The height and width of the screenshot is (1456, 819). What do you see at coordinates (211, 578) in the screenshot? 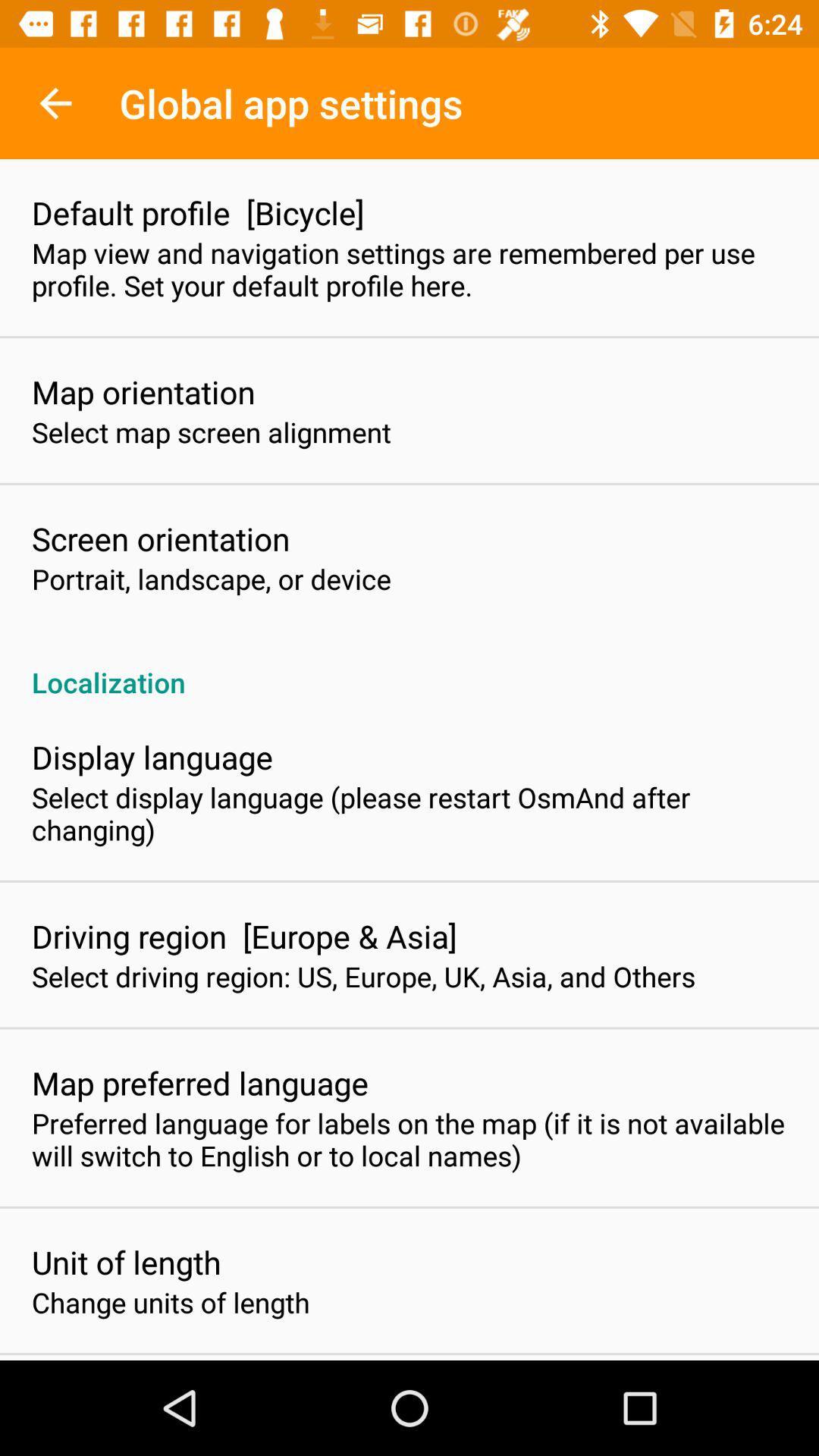
I see `the item above localization` at bounding box center [211, 578].